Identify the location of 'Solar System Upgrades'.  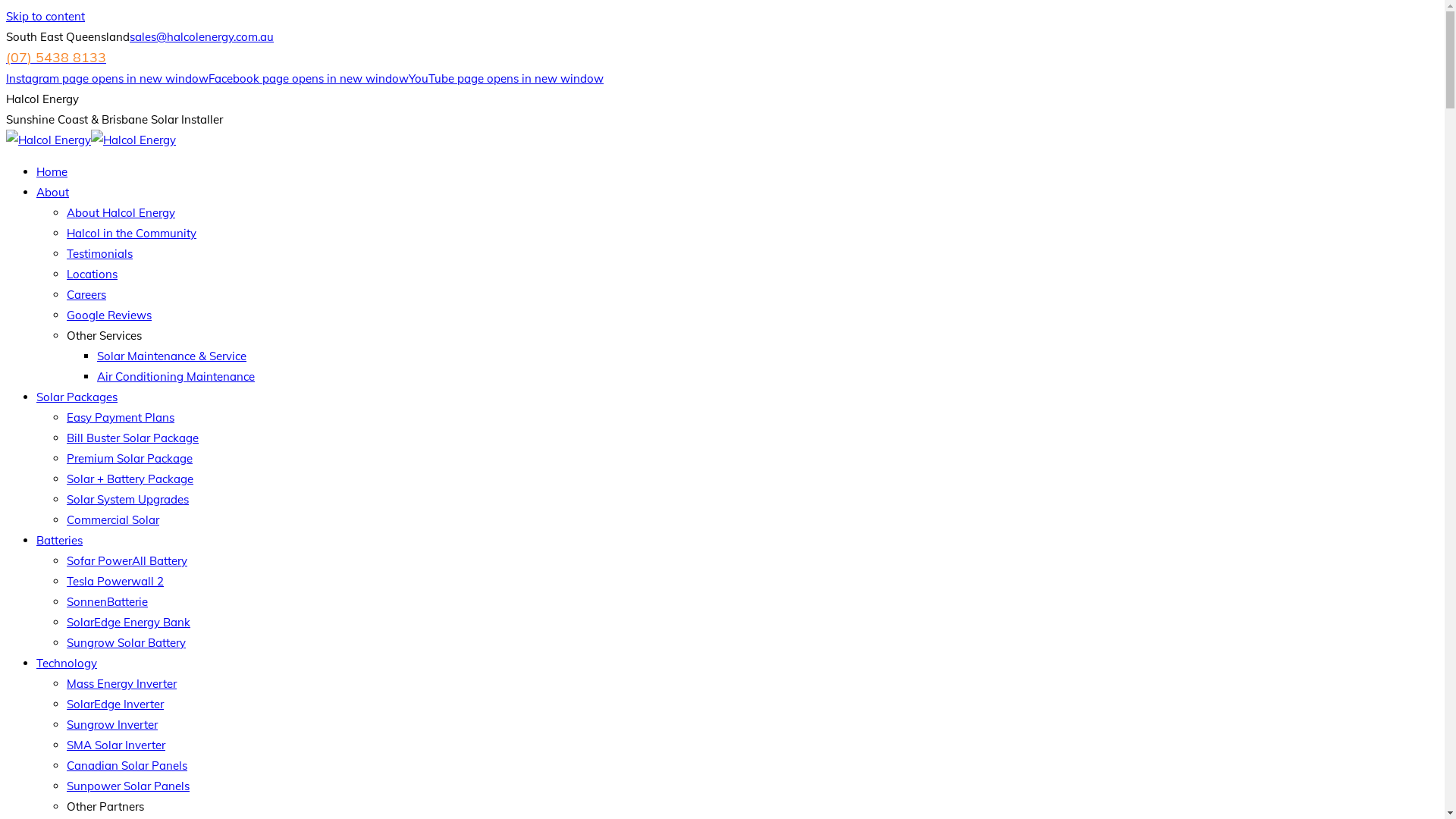
(65, 499).